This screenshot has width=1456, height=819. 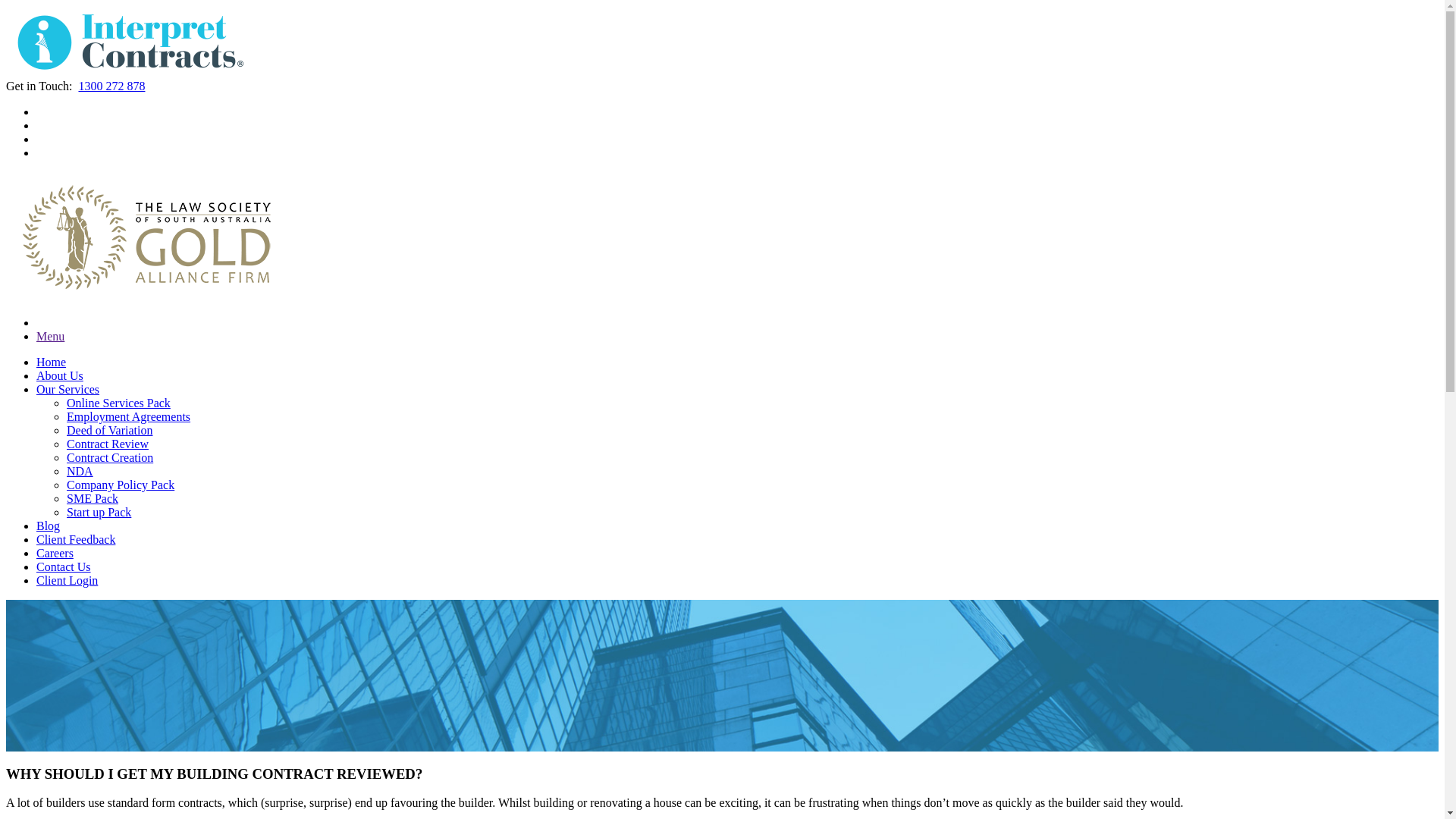 I want to click on 'Home', so click(x=36, y=362).